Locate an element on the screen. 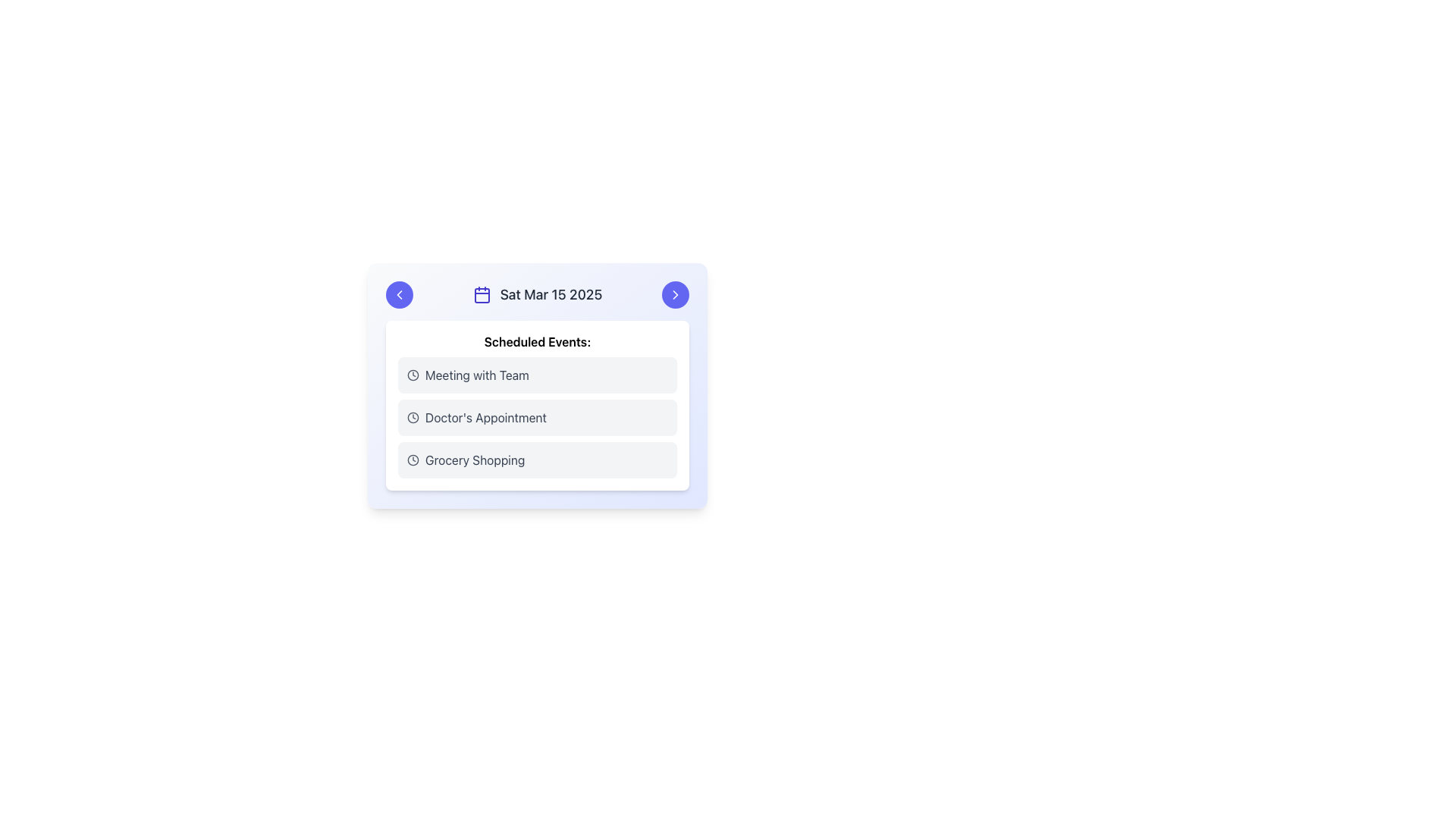  the navigation icon located at the top-left corner of the calendar card is located at coordinates (400, 295).